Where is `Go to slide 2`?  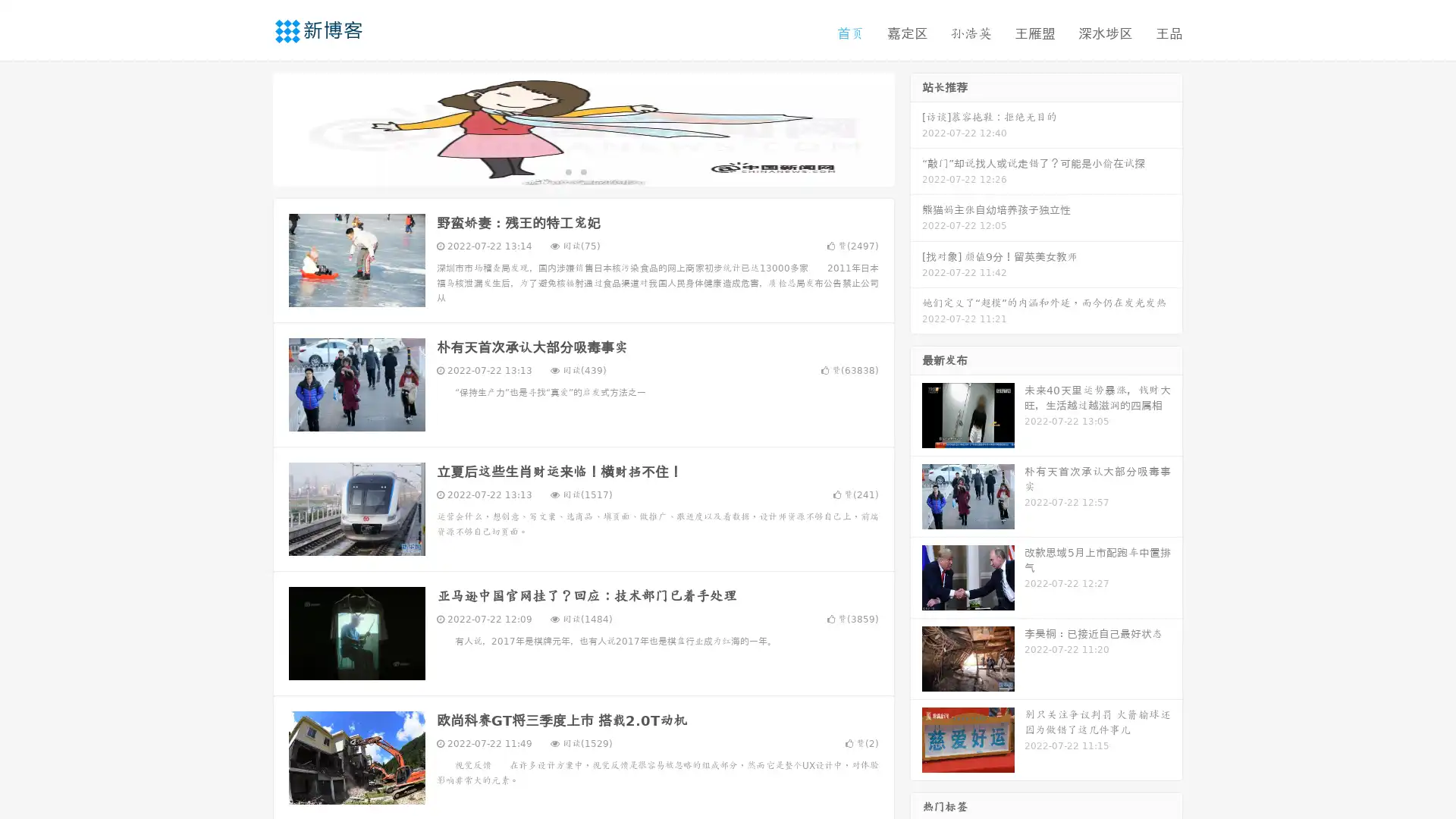 Go to slide 2 is located at coordinates (582, 171).